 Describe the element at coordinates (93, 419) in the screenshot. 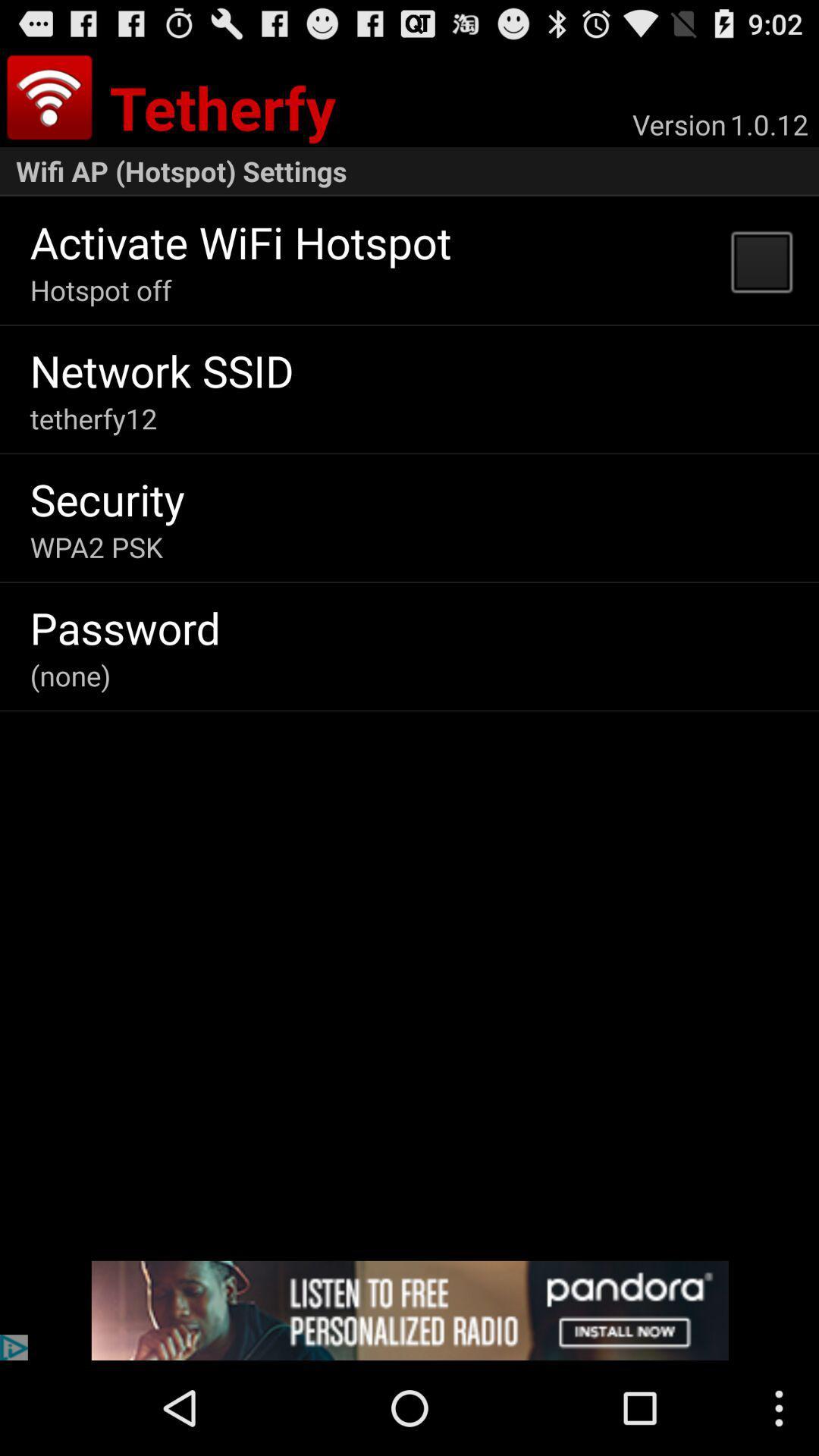

I see `the tetherfy12` at that location.